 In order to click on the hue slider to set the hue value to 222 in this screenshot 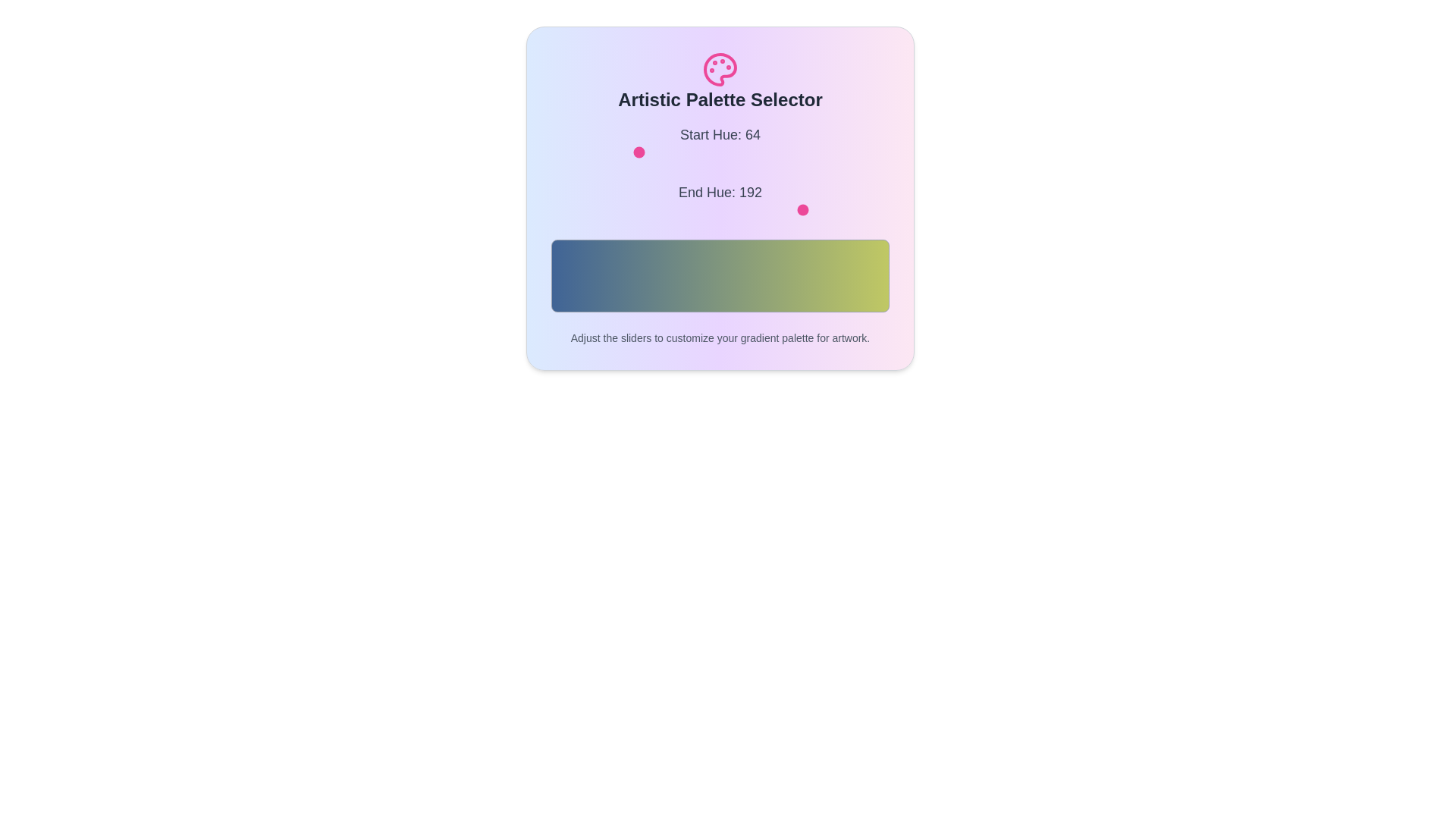, I will do `click(845, 152)`.